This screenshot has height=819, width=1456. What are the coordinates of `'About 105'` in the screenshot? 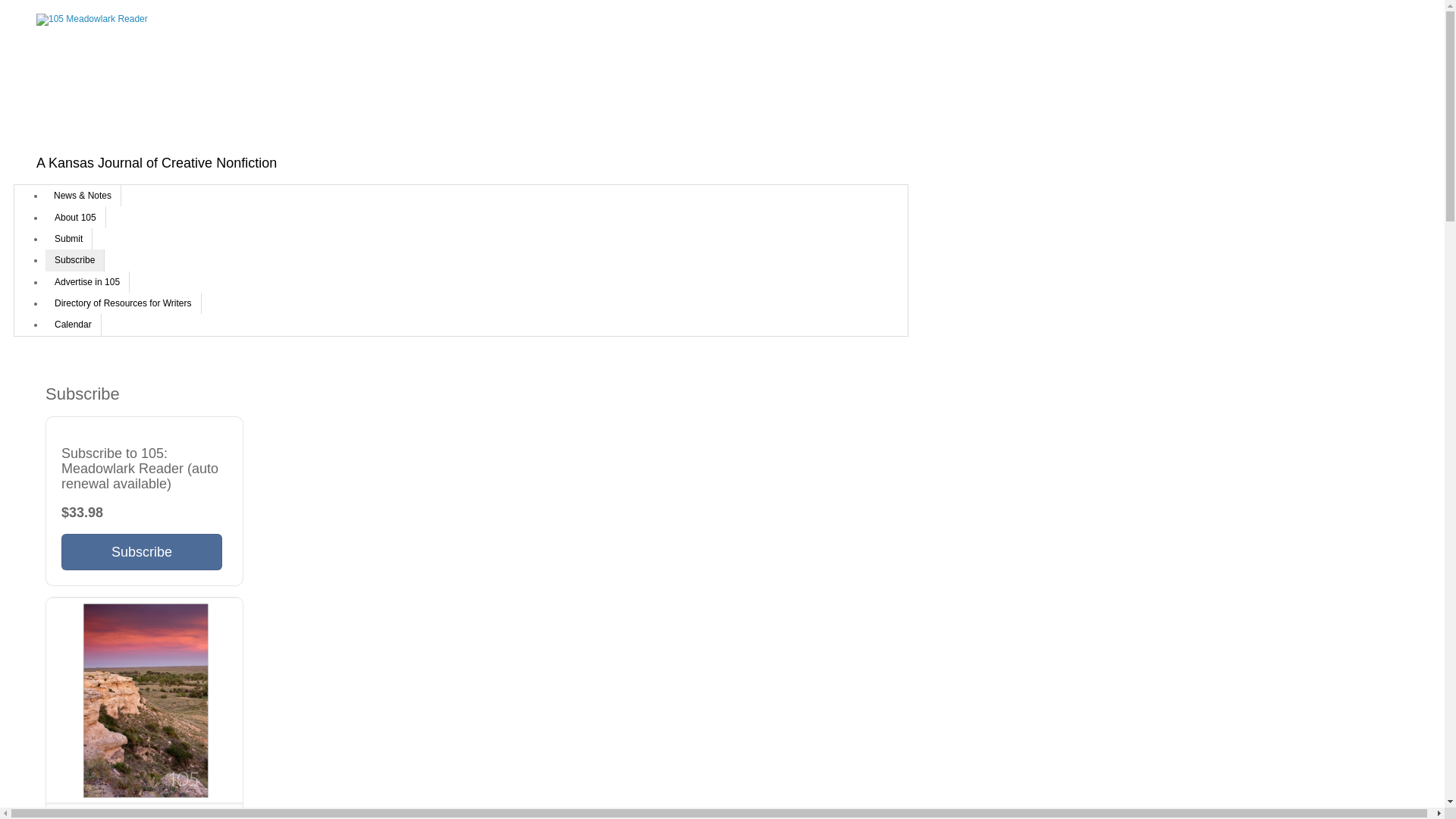 It's located at (74, 216).